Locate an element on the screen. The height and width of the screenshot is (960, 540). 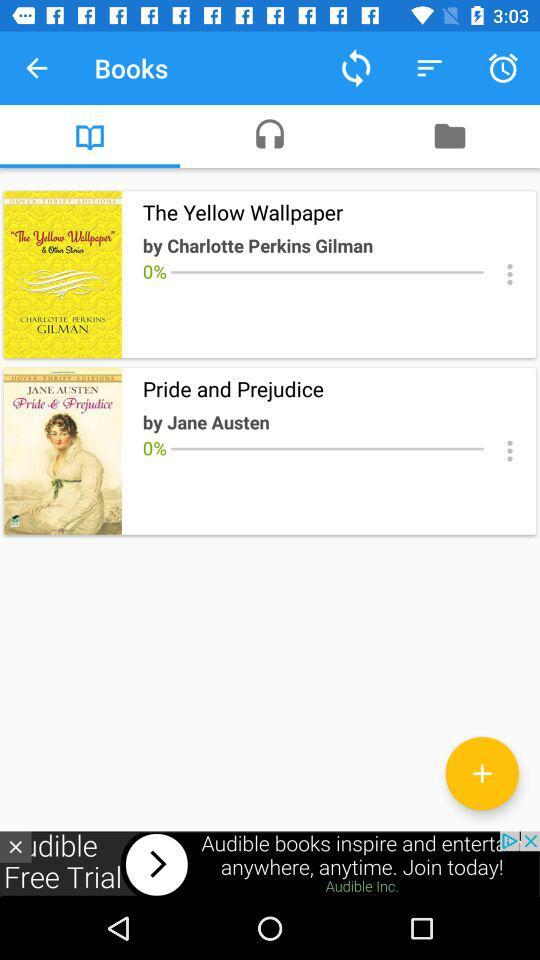
advertisement is located at coordinates (14, 846).